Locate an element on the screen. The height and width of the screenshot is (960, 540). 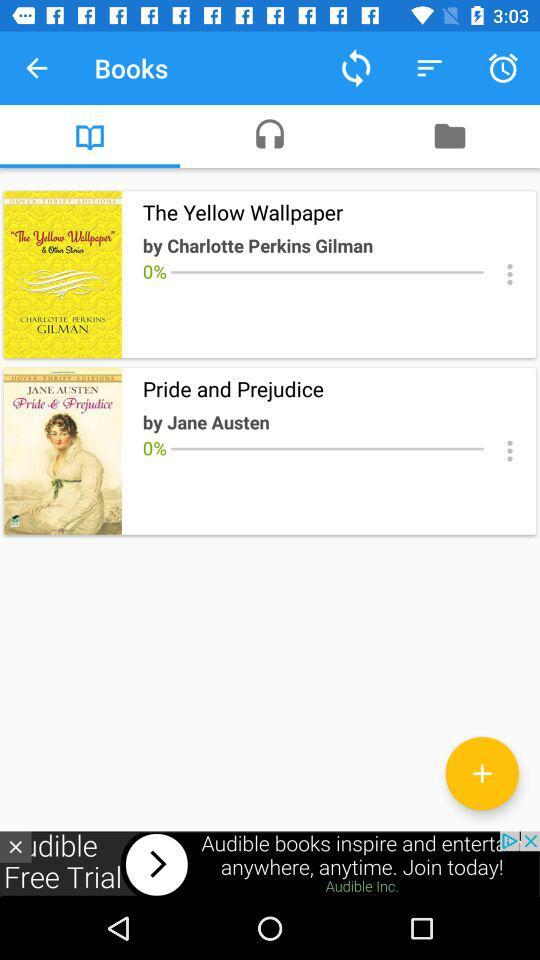
advertisement is located at coordinates (14, 846).